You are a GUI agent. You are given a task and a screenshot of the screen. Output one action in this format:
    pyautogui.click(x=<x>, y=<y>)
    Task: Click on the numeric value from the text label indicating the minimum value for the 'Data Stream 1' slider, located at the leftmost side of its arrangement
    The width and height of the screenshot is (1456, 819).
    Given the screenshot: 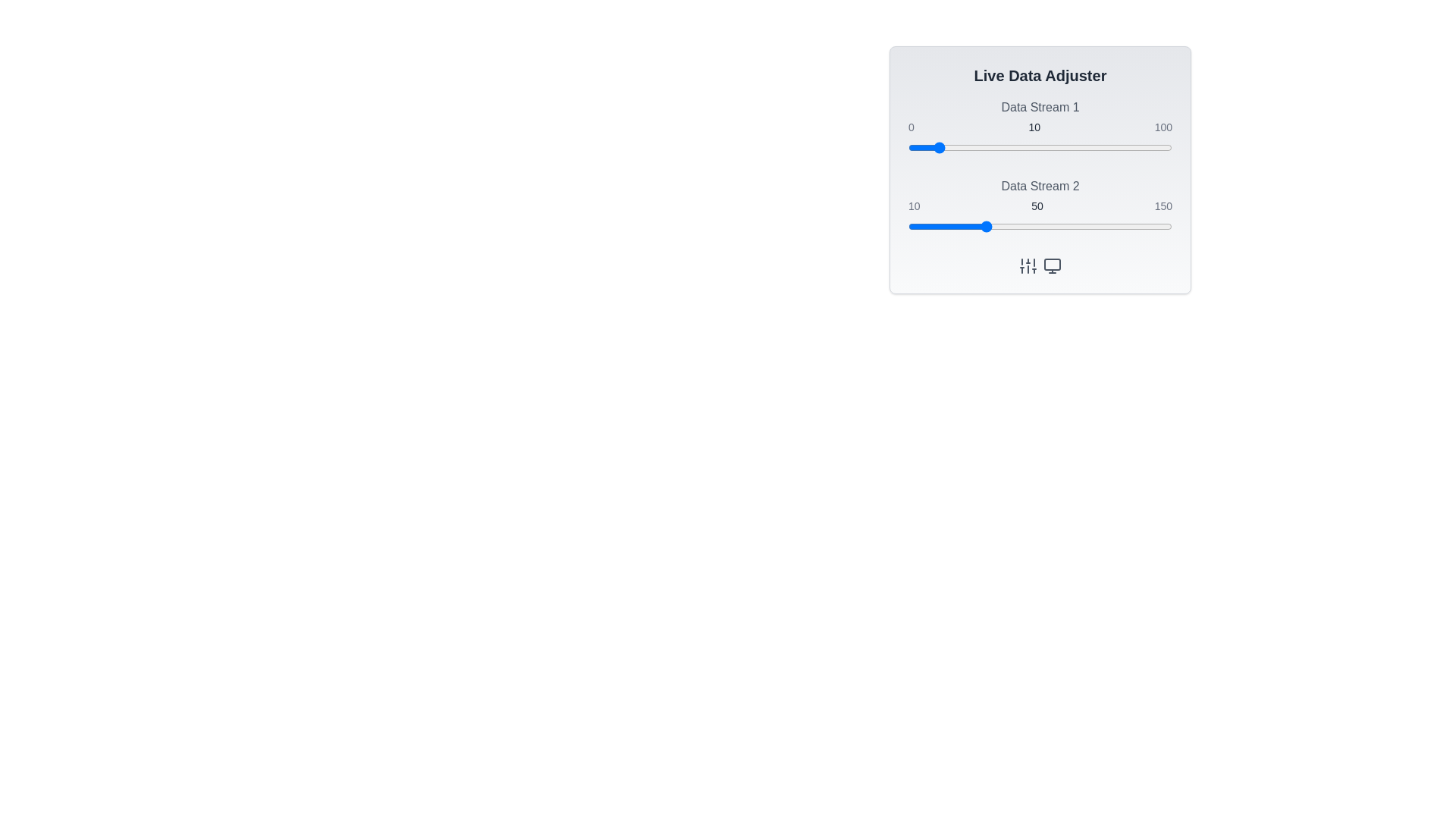 What is the action you would take?
    pyautogui.click(x=910, y=127)
    